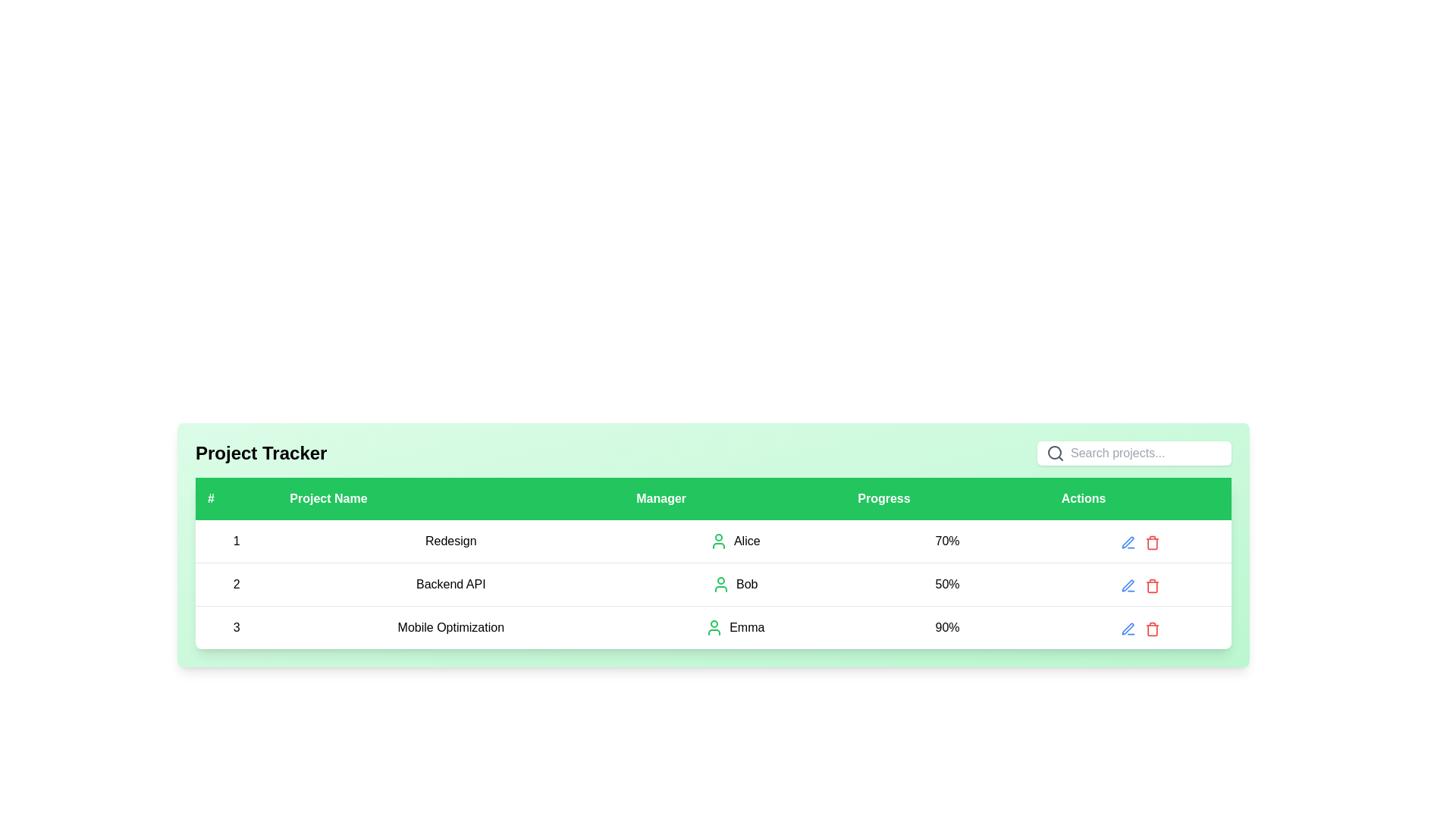  What do you see at coordinates (713, 628) in the screenshot?
I see `the green stylized human figure icon` at bounding box center [713, 628].